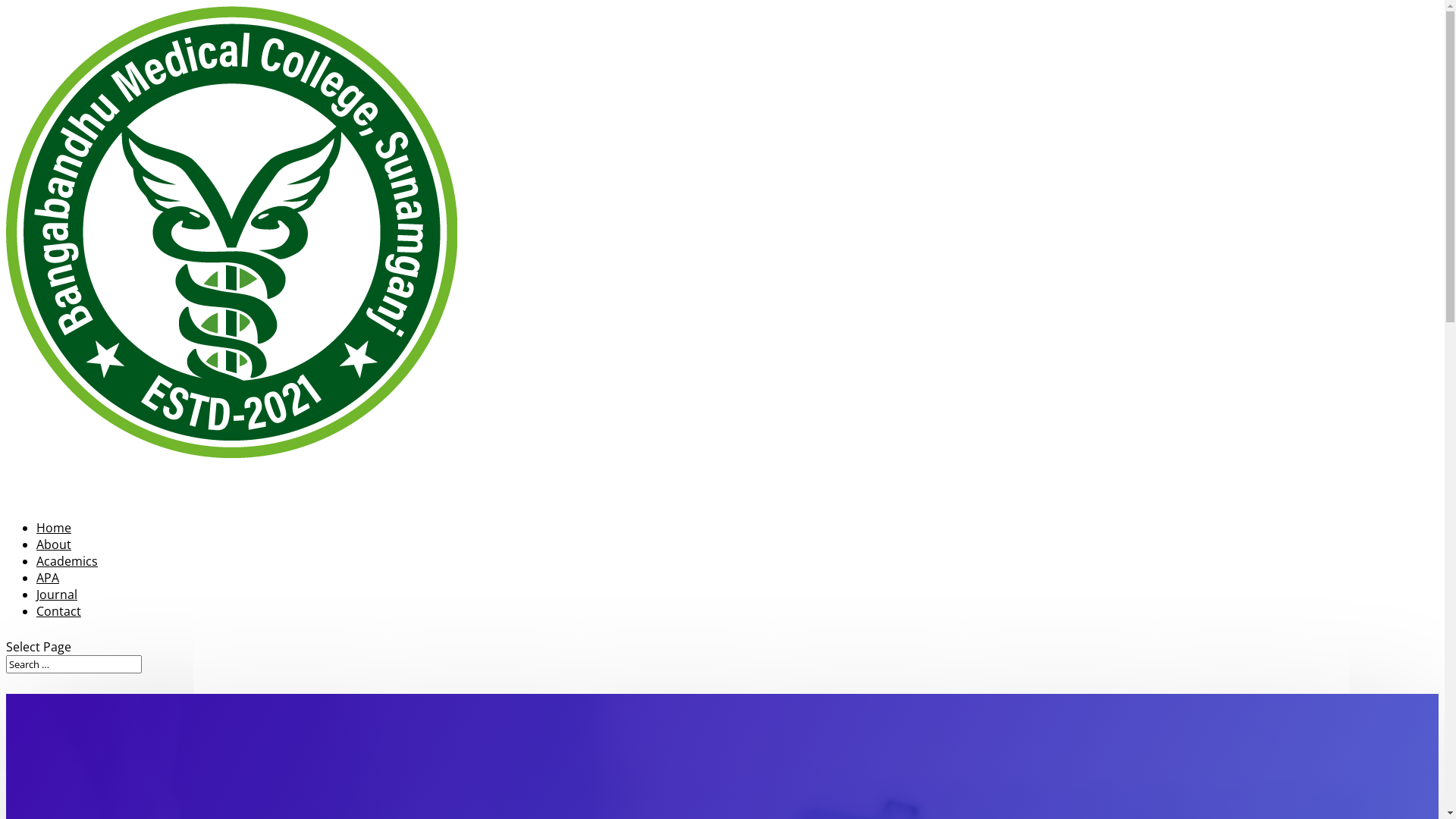 This screenshot has height=819, width=1456. I want to click on 'APA', so click(47, 599).